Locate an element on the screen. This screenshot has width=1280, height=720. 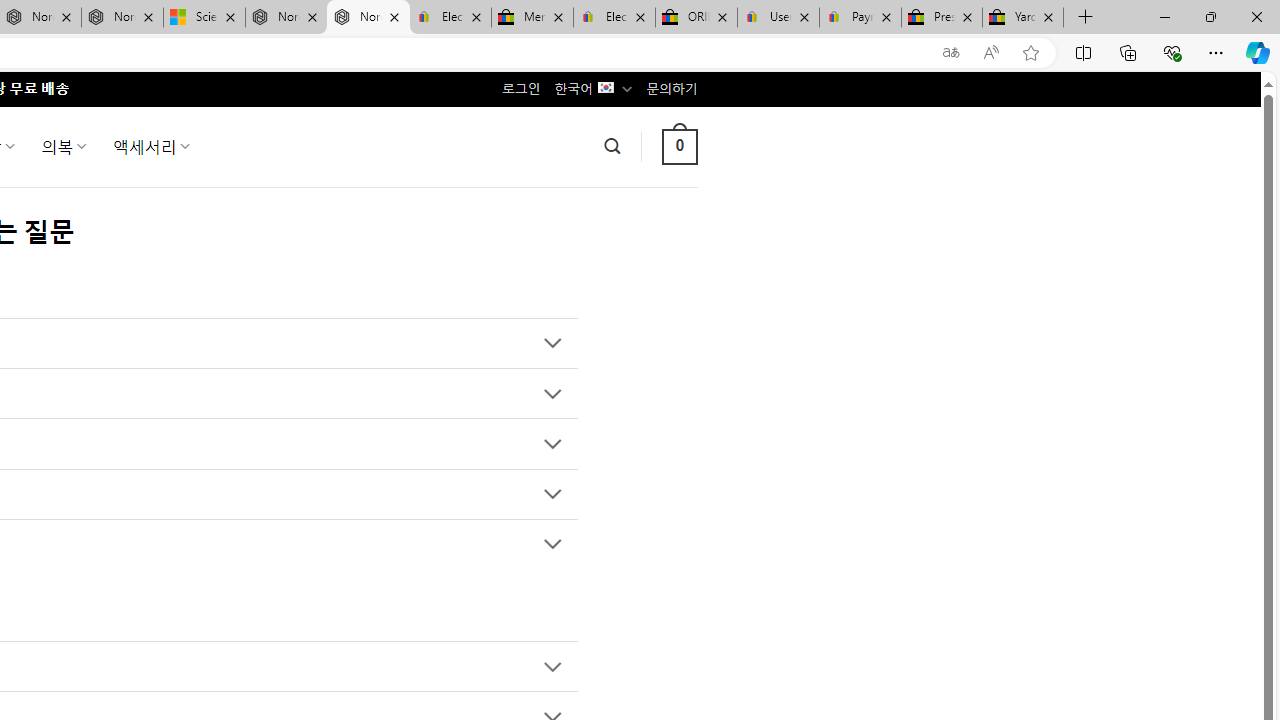
'  0  ' is located at coordinates (679, 145).